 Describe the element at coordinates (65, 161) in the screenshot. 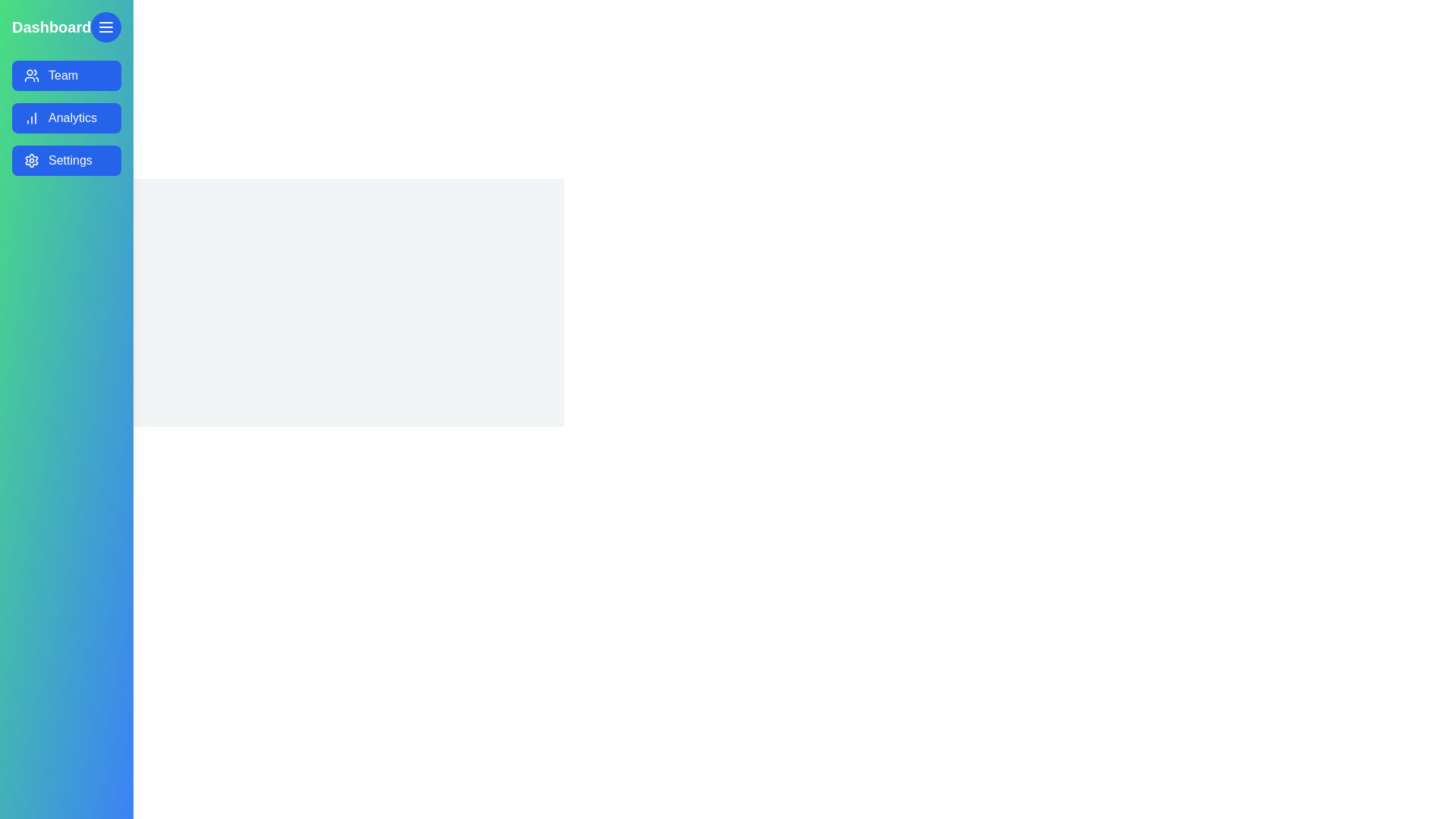

I see `the menu option Settings from the drawer` at that location.